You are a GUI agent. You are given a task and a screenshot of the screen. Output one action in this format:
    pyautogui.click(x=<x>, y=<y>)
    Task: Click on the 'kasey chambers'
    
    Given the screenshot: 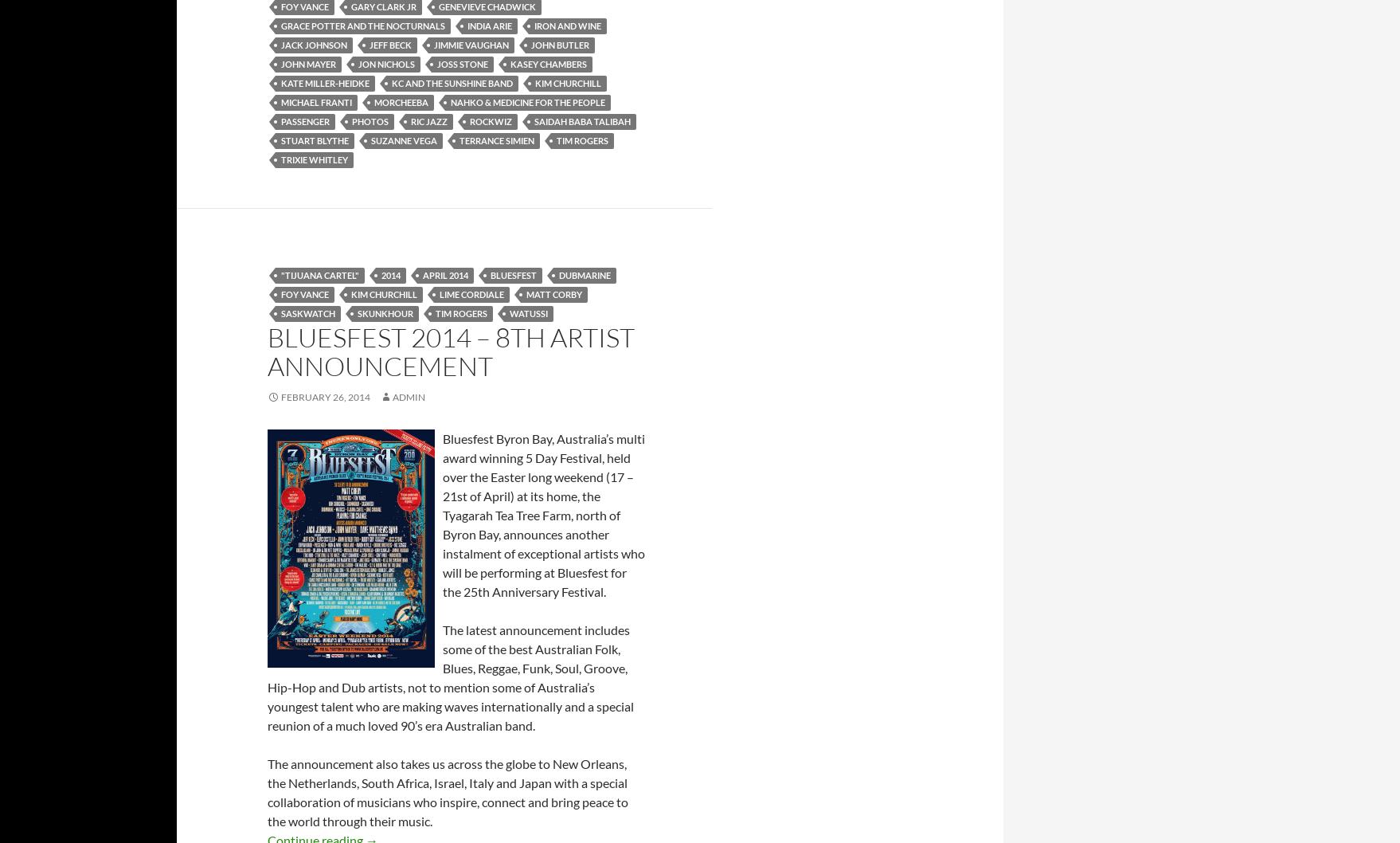 What is the action you would take?
    pyautogui.click(x=548, y=63)
    